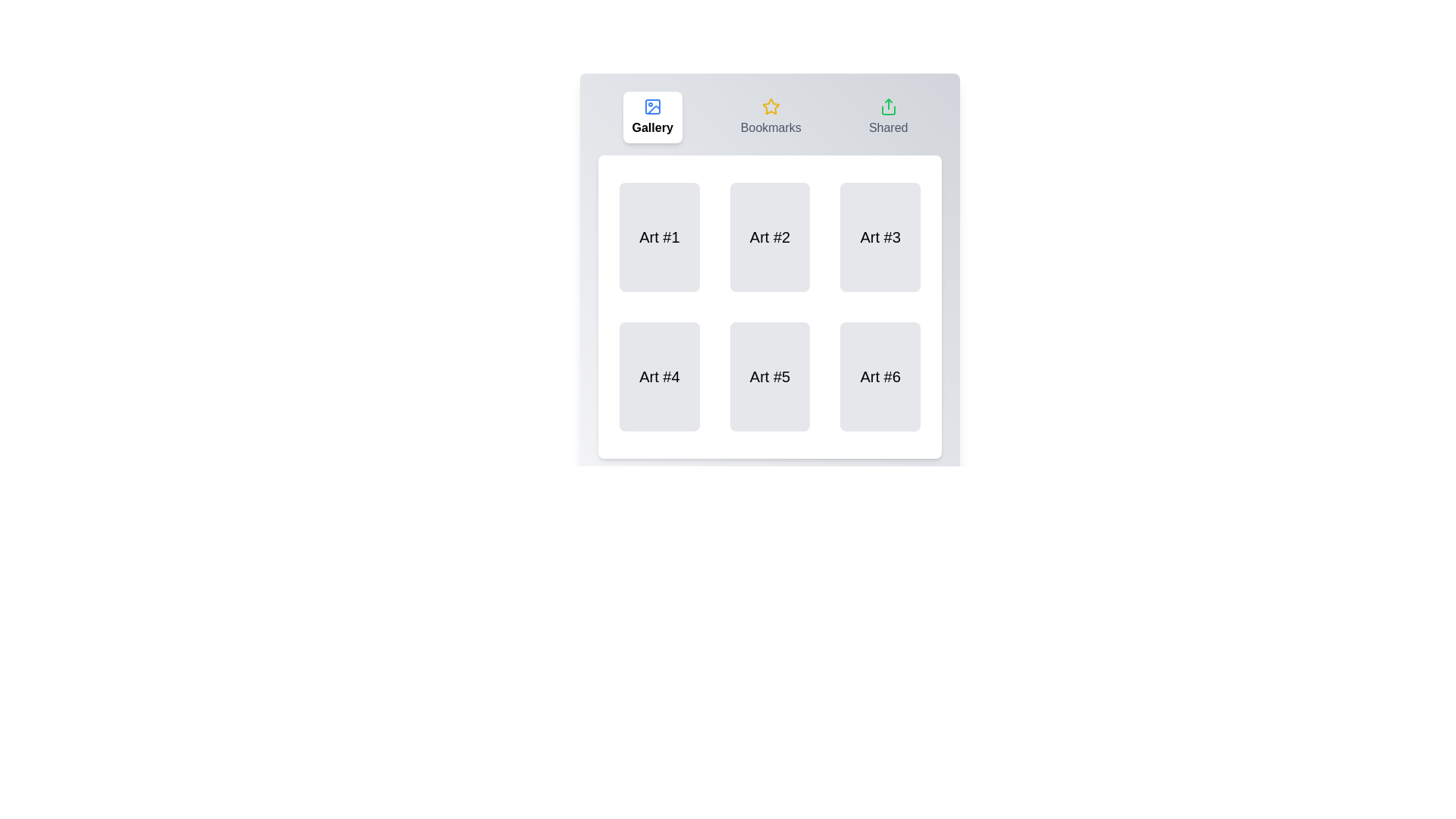 Image resolution: width=1456 pixels, height=819 pixels. Describe the element at coordinates (888, 116) in the screenshot. I see `the tab labeled Shared to trigger its visual feedback` at that location.